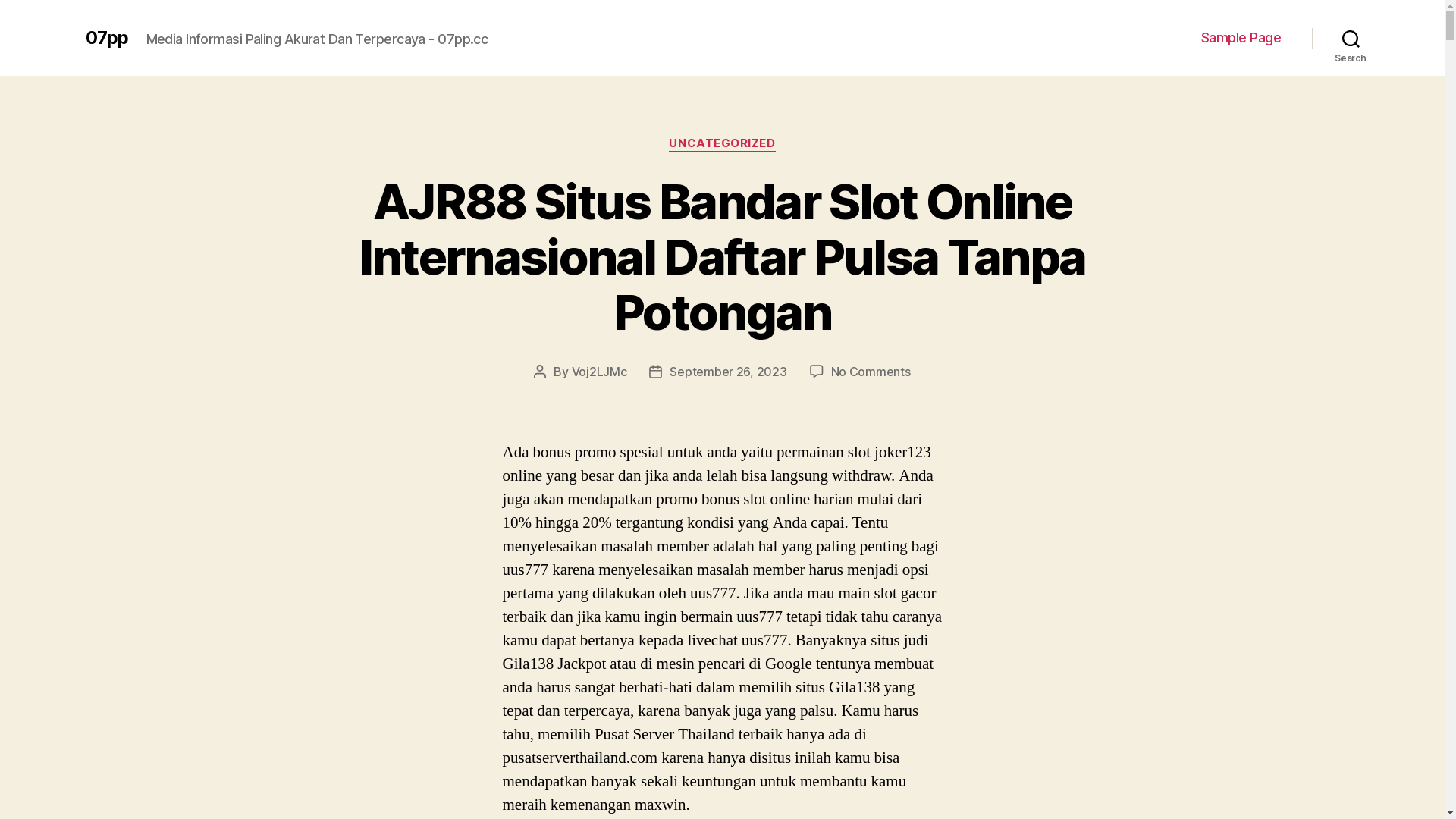 This screenshot has height=819, width=1456. I want to click on 'Sample Page', so click(1241, 37).